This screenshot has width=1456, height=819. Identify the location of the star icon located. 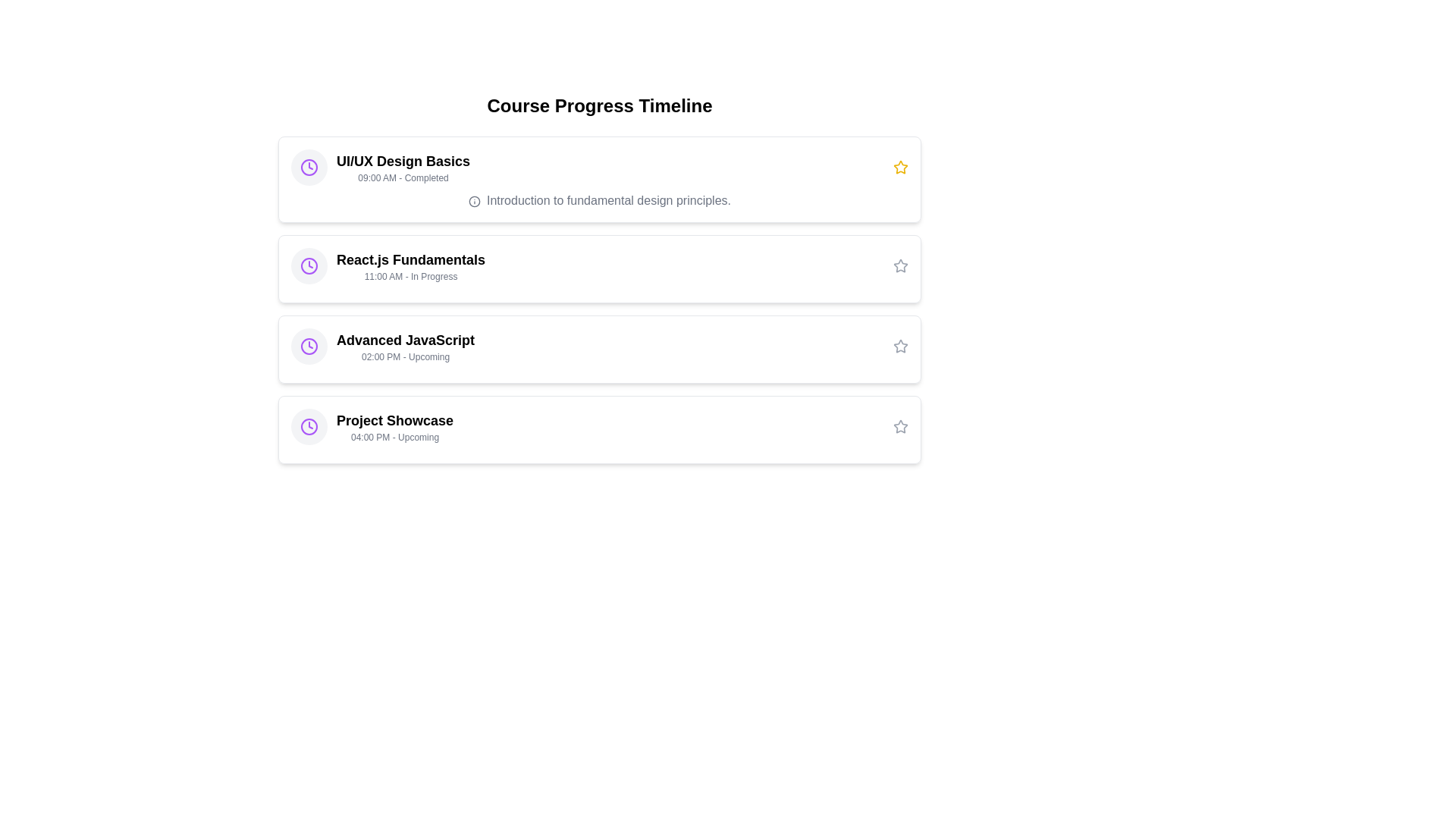
(901, 265).